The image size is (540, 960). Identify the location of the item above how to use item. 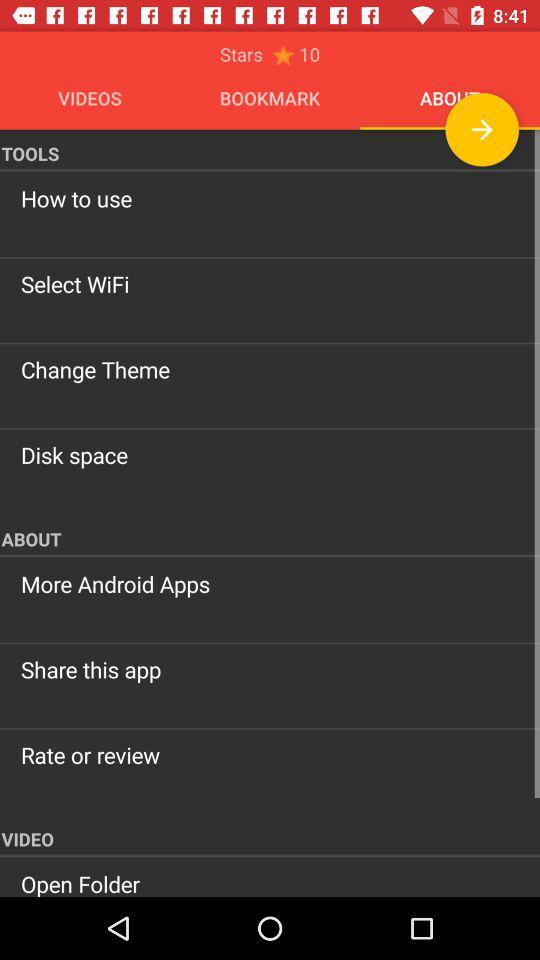
(481, 128).